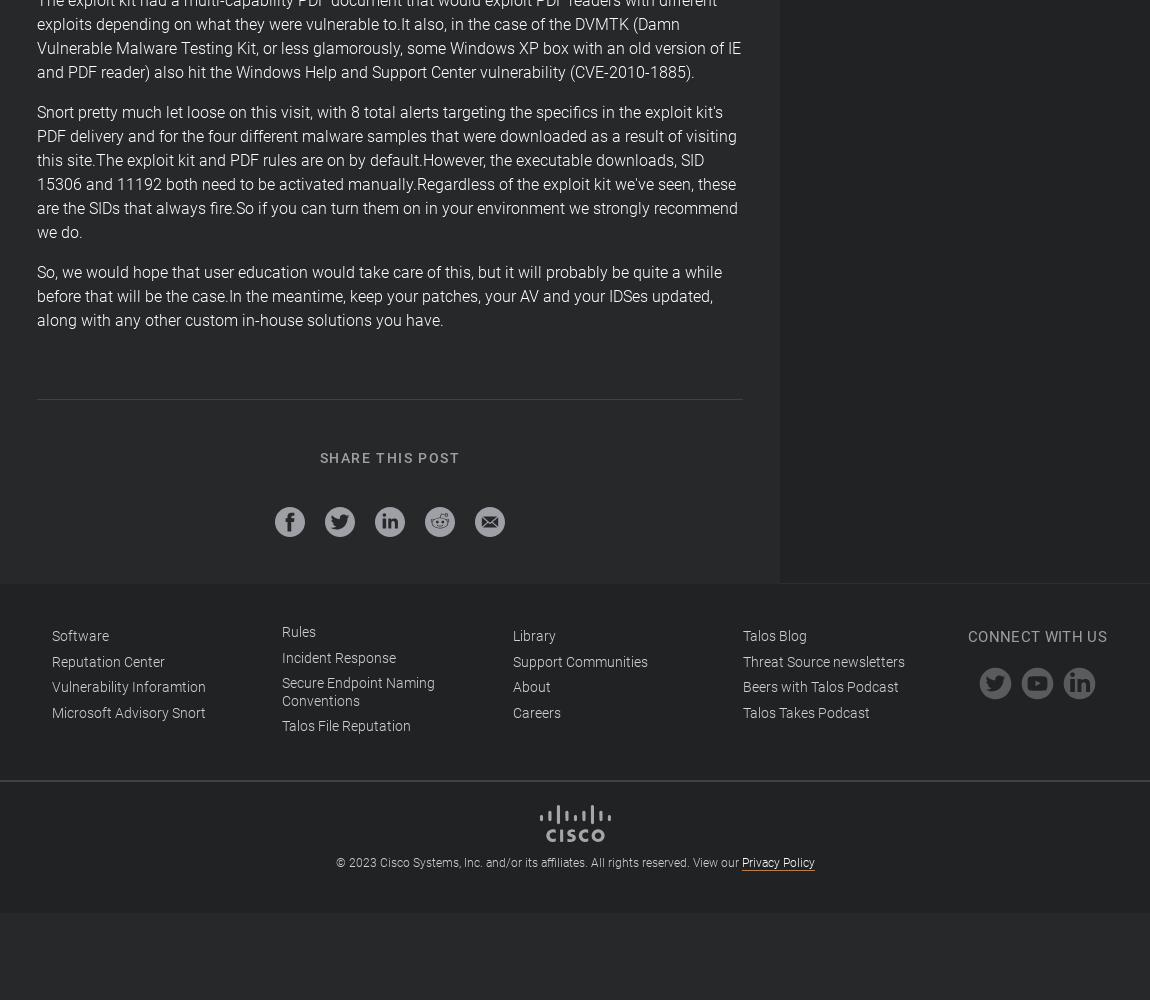 This screenshot has width=1150, height=1000. I want to click on 'Microsoft Advisory Snort Rules', so click(183, 672).